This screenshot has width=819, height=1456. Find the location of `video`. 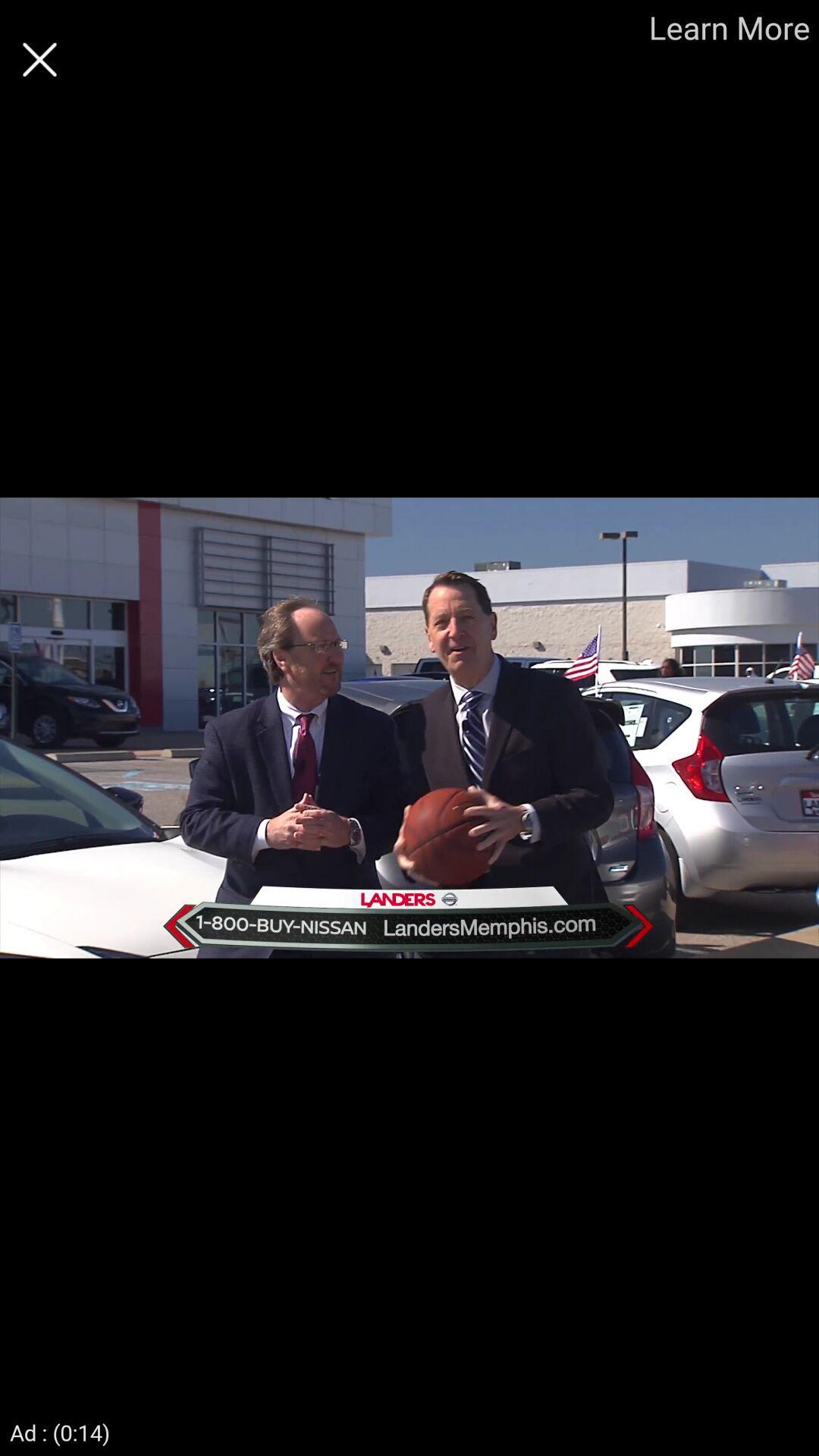

video is located at coordinates (39, 59).